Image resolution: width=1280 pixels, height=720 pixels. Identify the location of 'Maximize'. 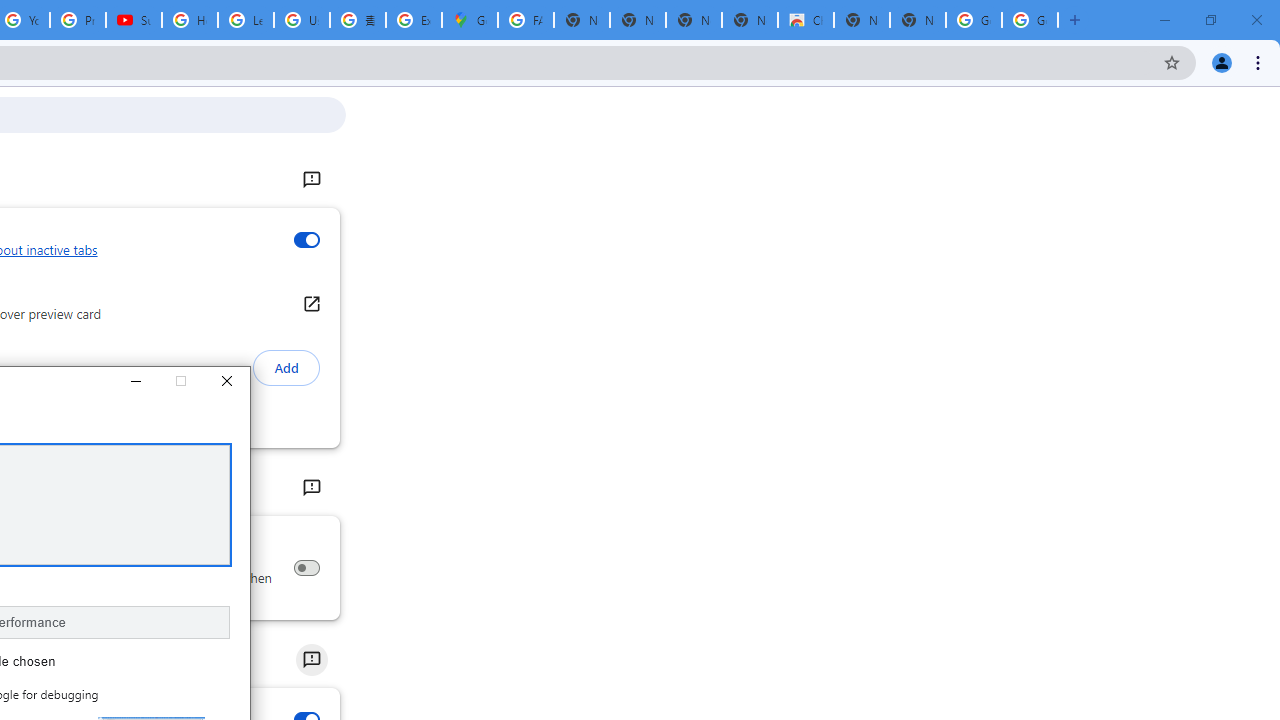
(180, 381).